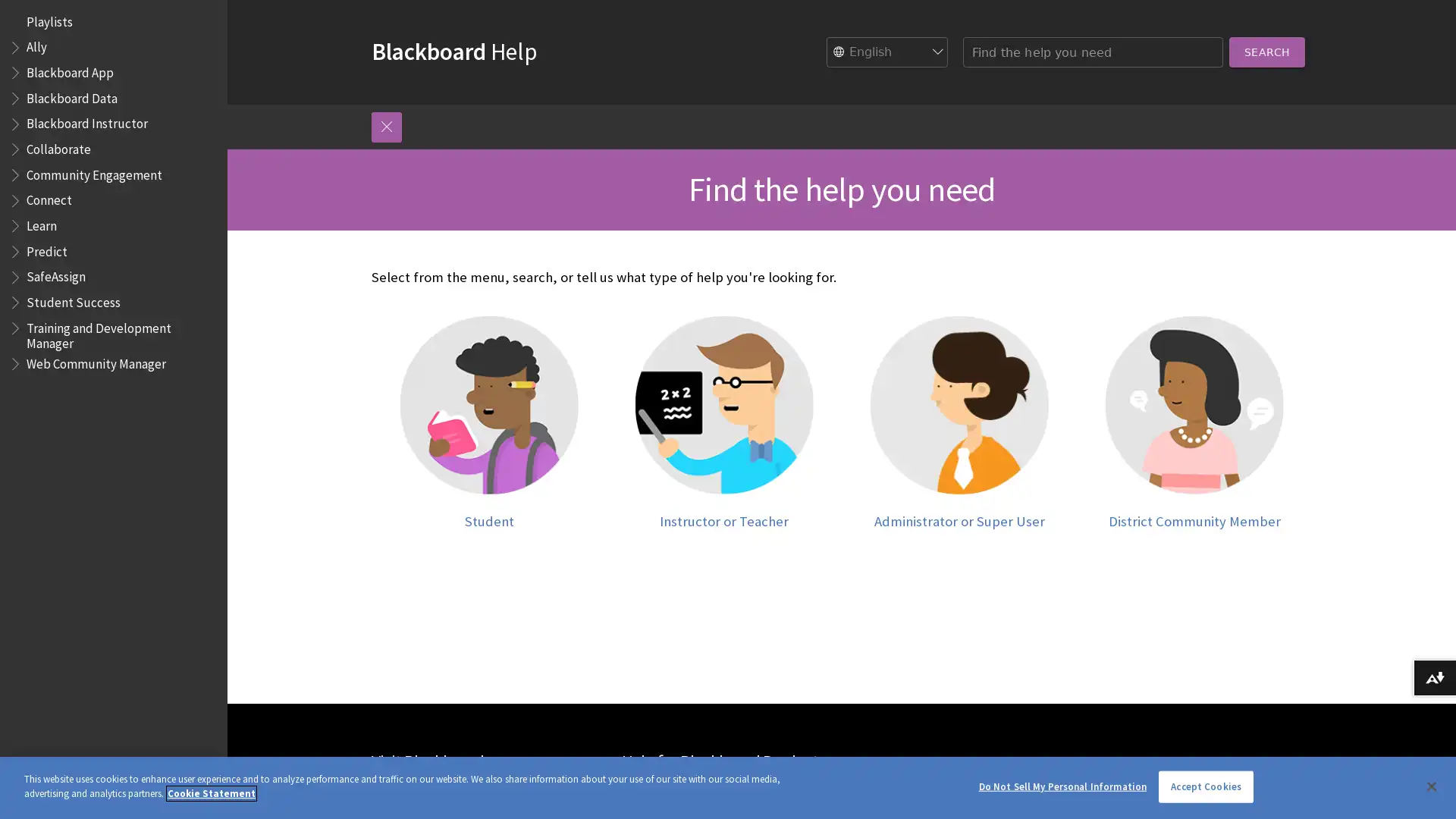 The width and height of the screenshot is (1456, 819). Describe the element at coordinates (1430, 785) in the screenshot. I see `Close` at that location.